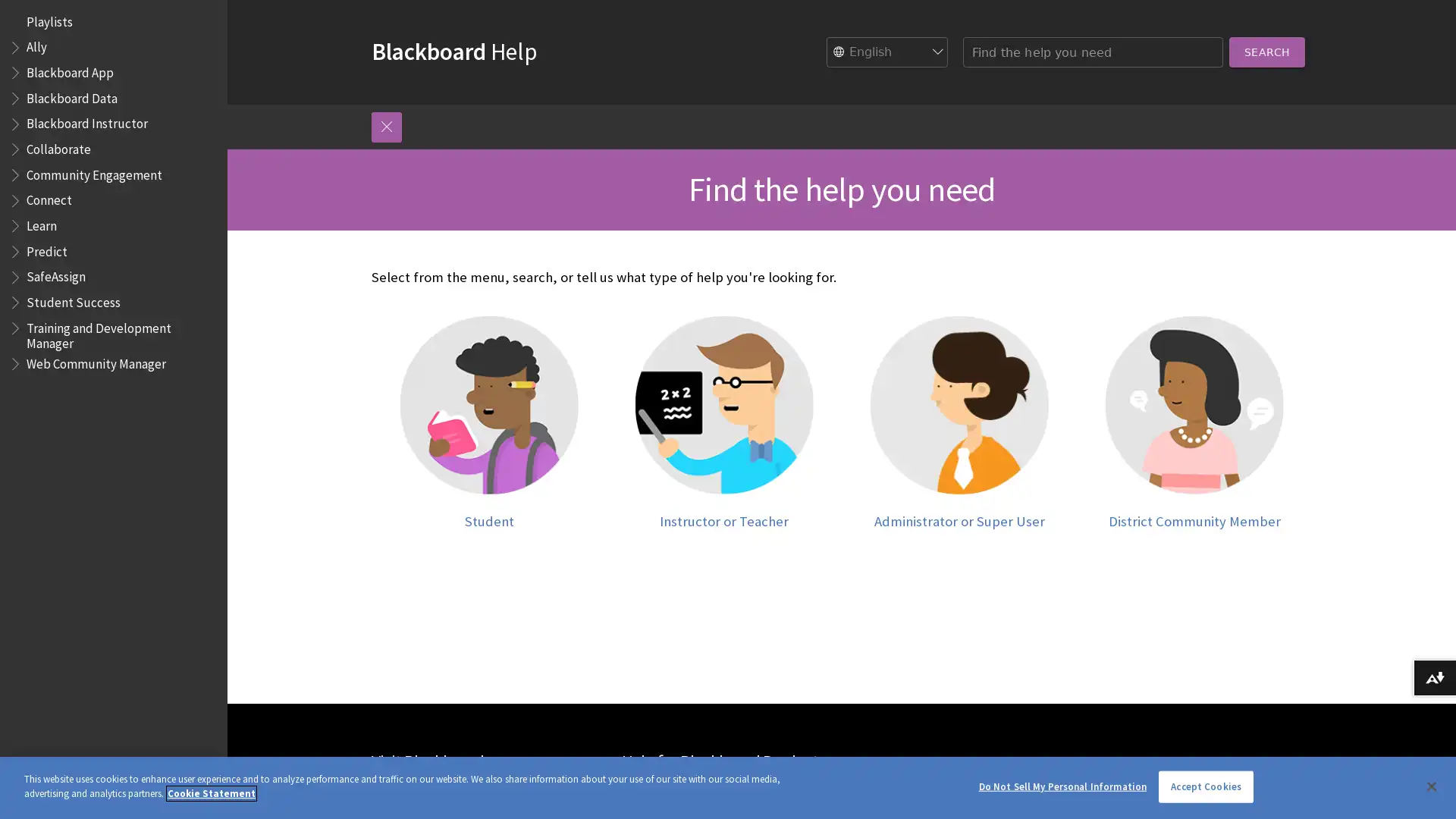 The width and height of the screenshot is (1456, 819). Describe the element at coordinates (1430, 785) in the screenshot. I see `Close` at that location.